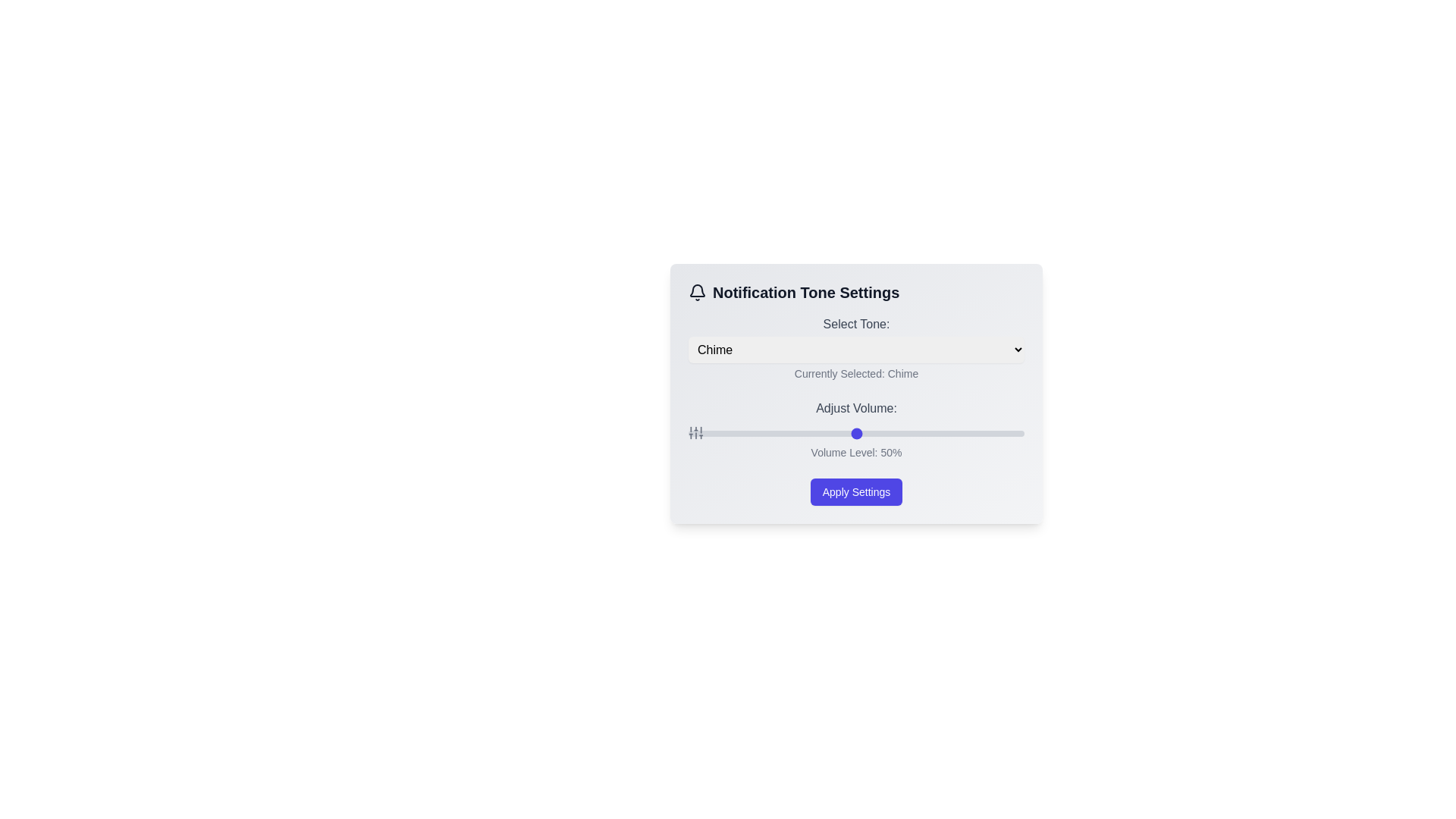  Describe the element at coordinates (912, 433) in the screenshot. I see `the volume level` at that location.